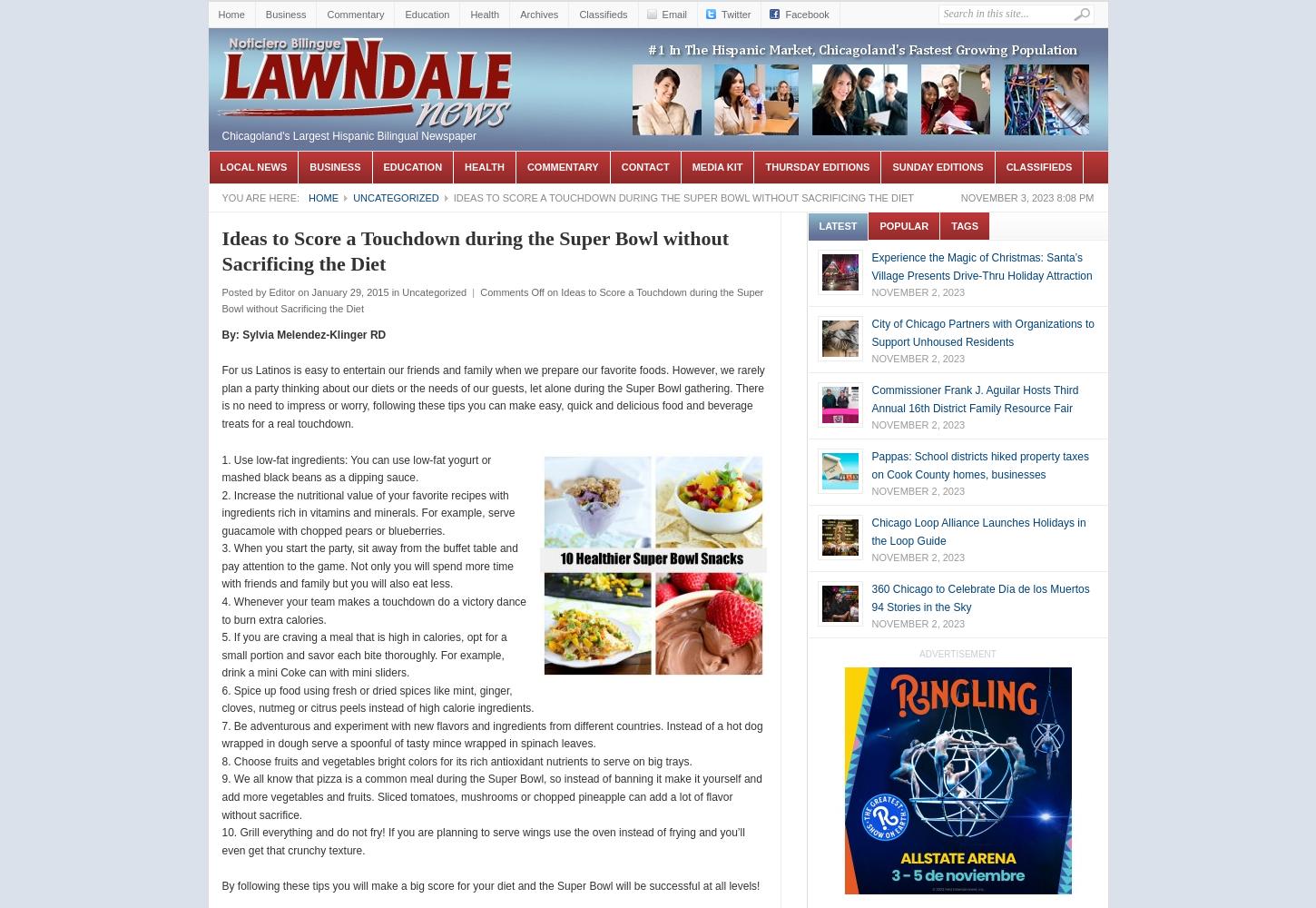  Describe the element at coordinates (490, 885) in the screenshot. I see `'By following these tips you will make a big score for your diet and the Super Bowl will be successful at all levels!'` at that location.